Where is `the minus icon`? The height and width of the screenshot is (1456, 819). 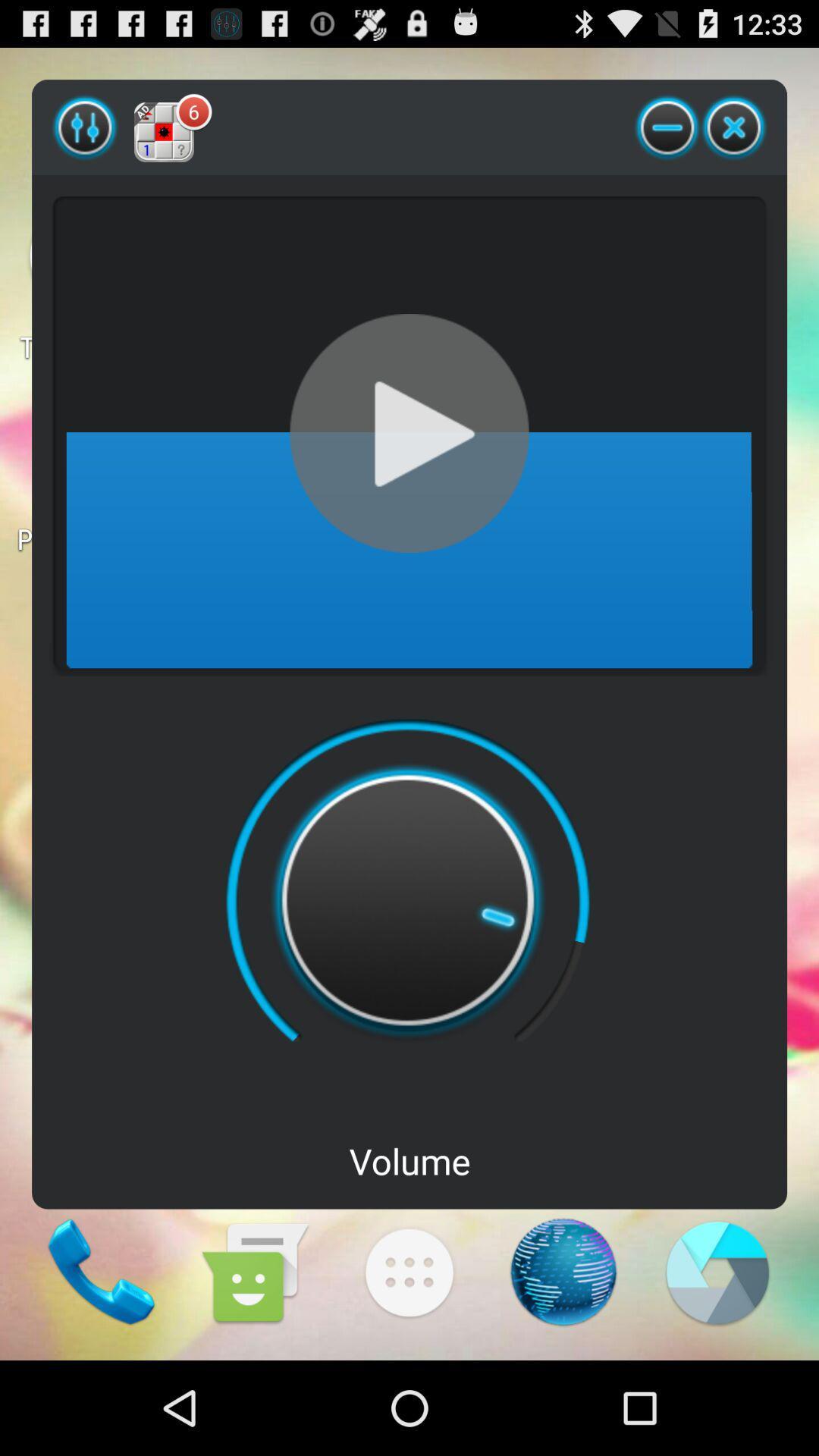
the minus icon is located at coordinates (667, 136).